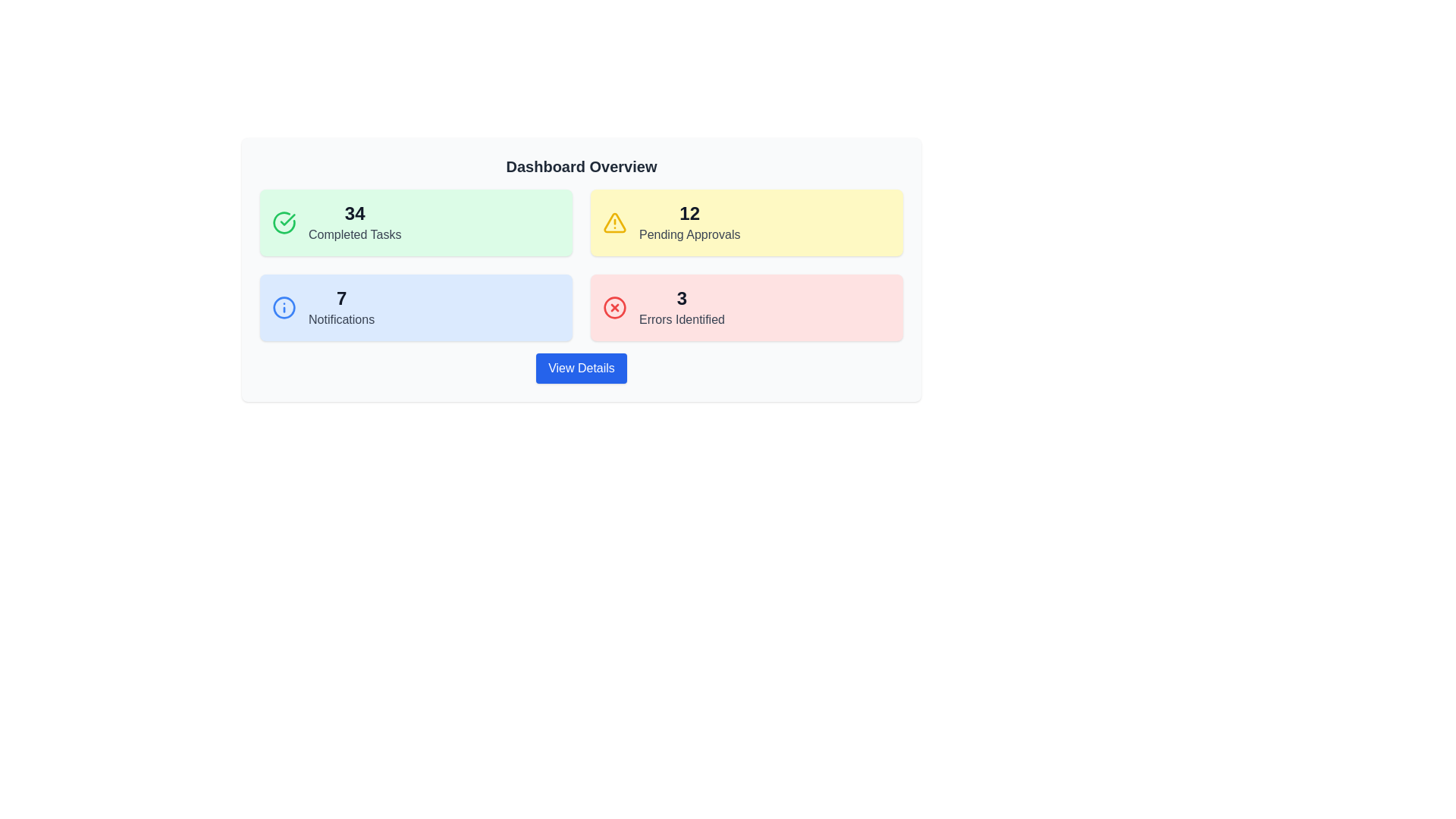  Describe the element at coordinates (681, 307) in the screenshot. I see `information displayed in the informational text block located in the bottom-right section of the dashboard, which is inside a red rectangular card` at that location.